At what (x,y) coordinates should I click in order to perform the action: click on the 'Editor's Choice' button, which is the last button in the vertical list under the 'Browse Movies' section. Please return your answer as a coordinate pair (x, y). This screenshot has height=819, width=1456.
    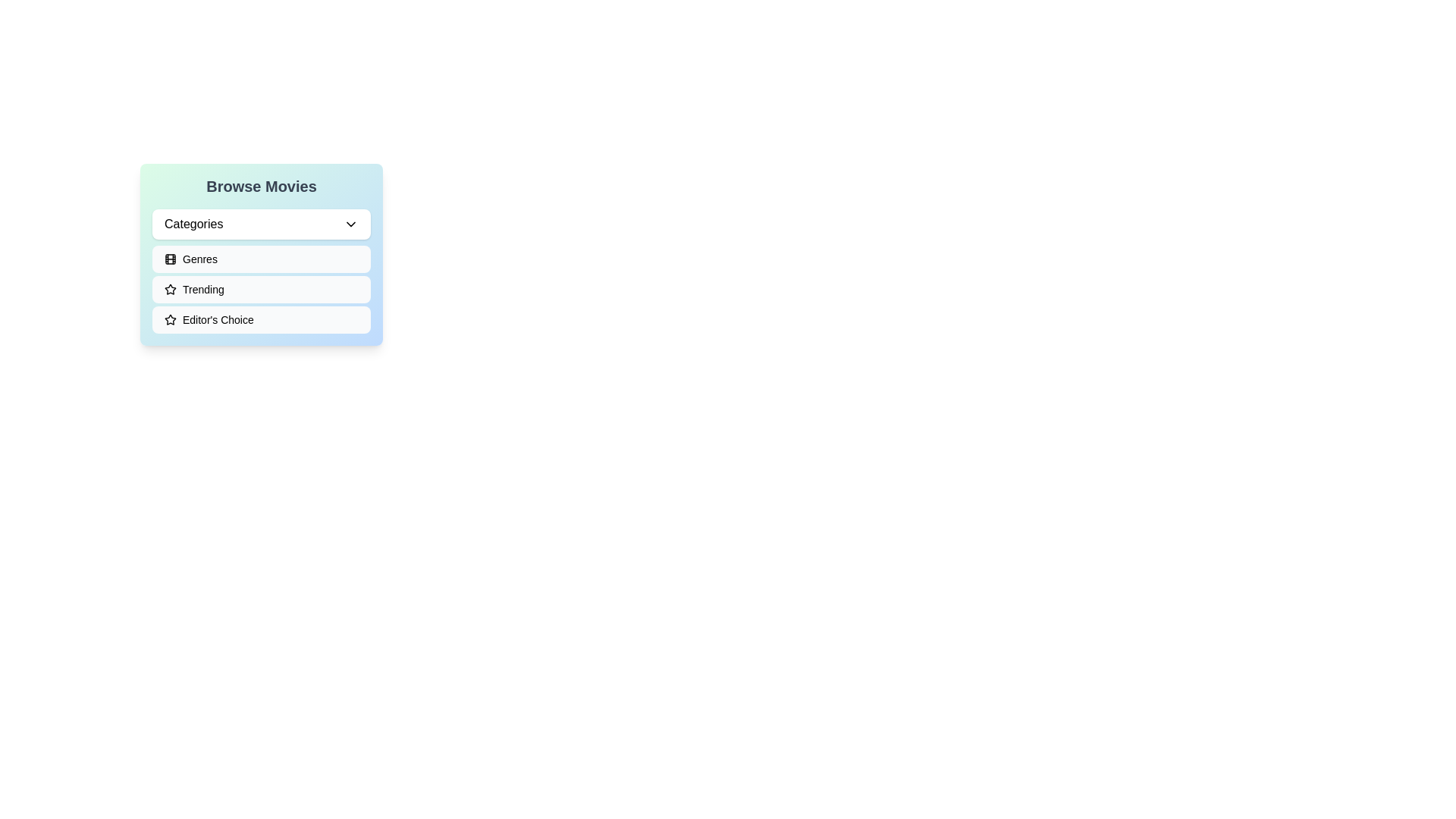
    Looking at the image, I should click on (262, 318).